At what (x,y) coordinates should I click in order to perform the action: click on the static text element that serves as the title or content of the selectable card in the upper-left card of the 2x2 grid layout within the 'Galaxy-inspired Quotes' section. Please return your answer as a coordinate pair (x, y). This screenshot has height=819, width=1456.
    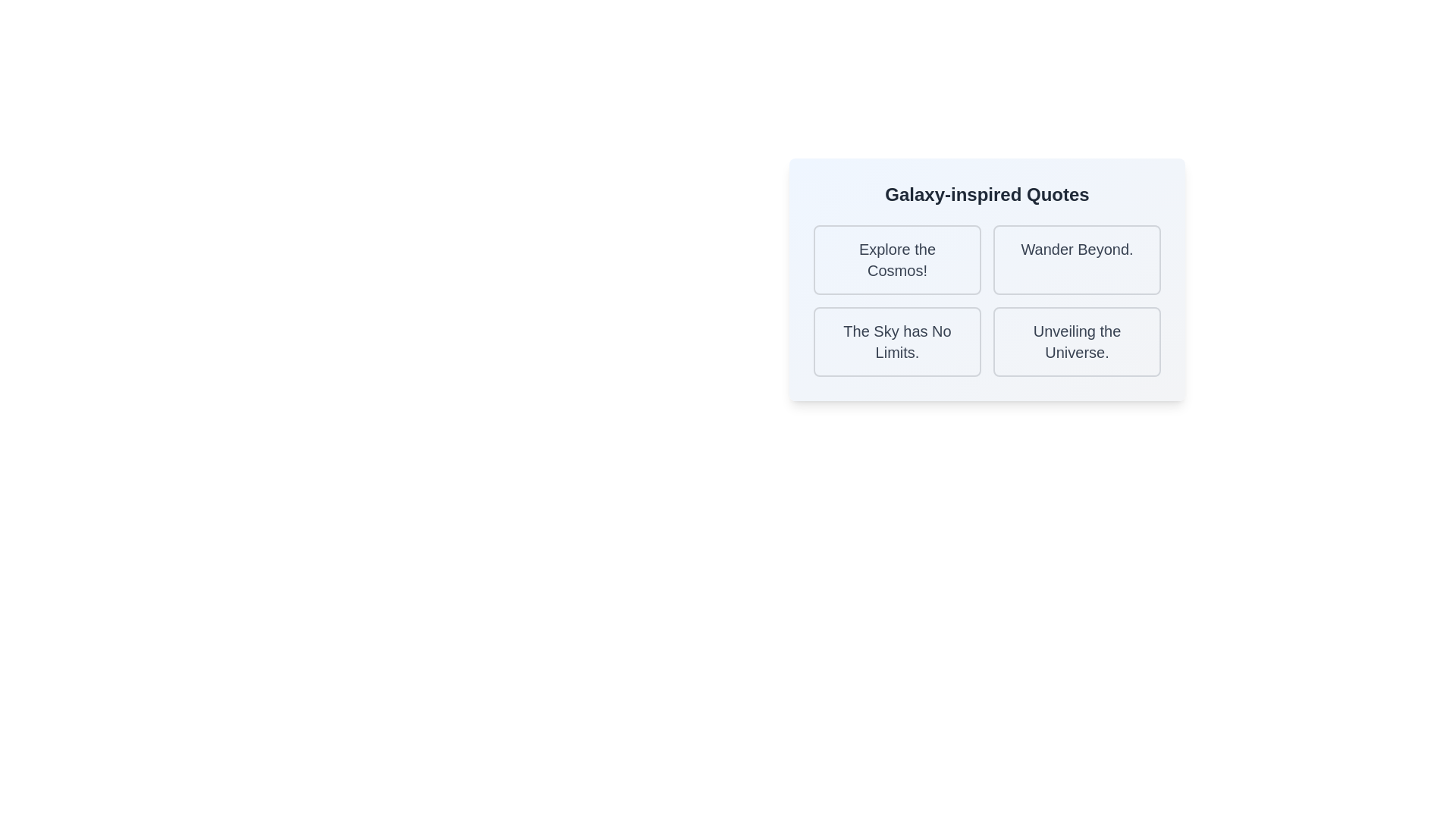
    Looking at the image, I should click on (897, 259).